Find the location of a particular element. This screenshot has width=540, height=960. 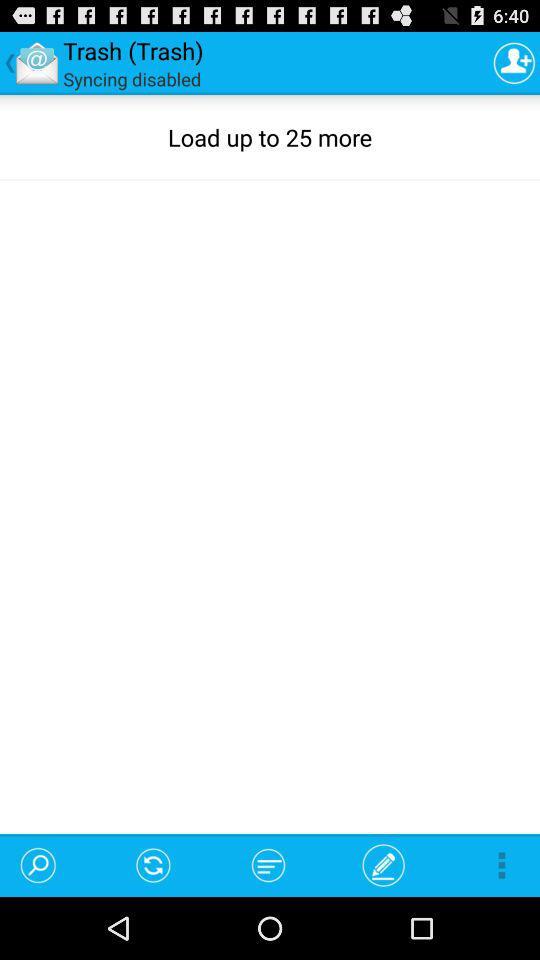

contat add is located at coordinates (514, 62).